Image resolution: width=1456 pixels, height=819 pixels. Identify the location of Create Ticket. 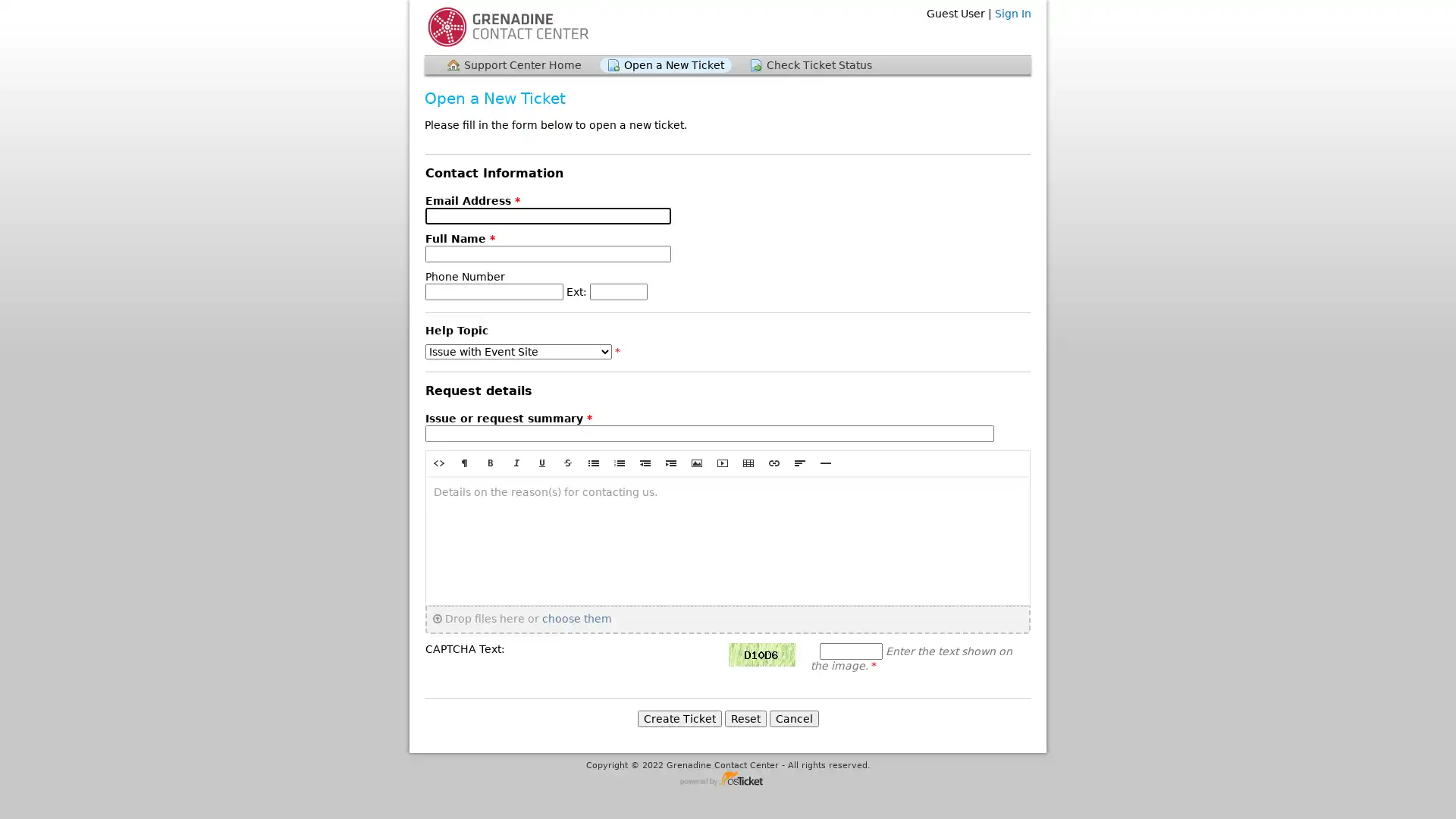
(678, 717).